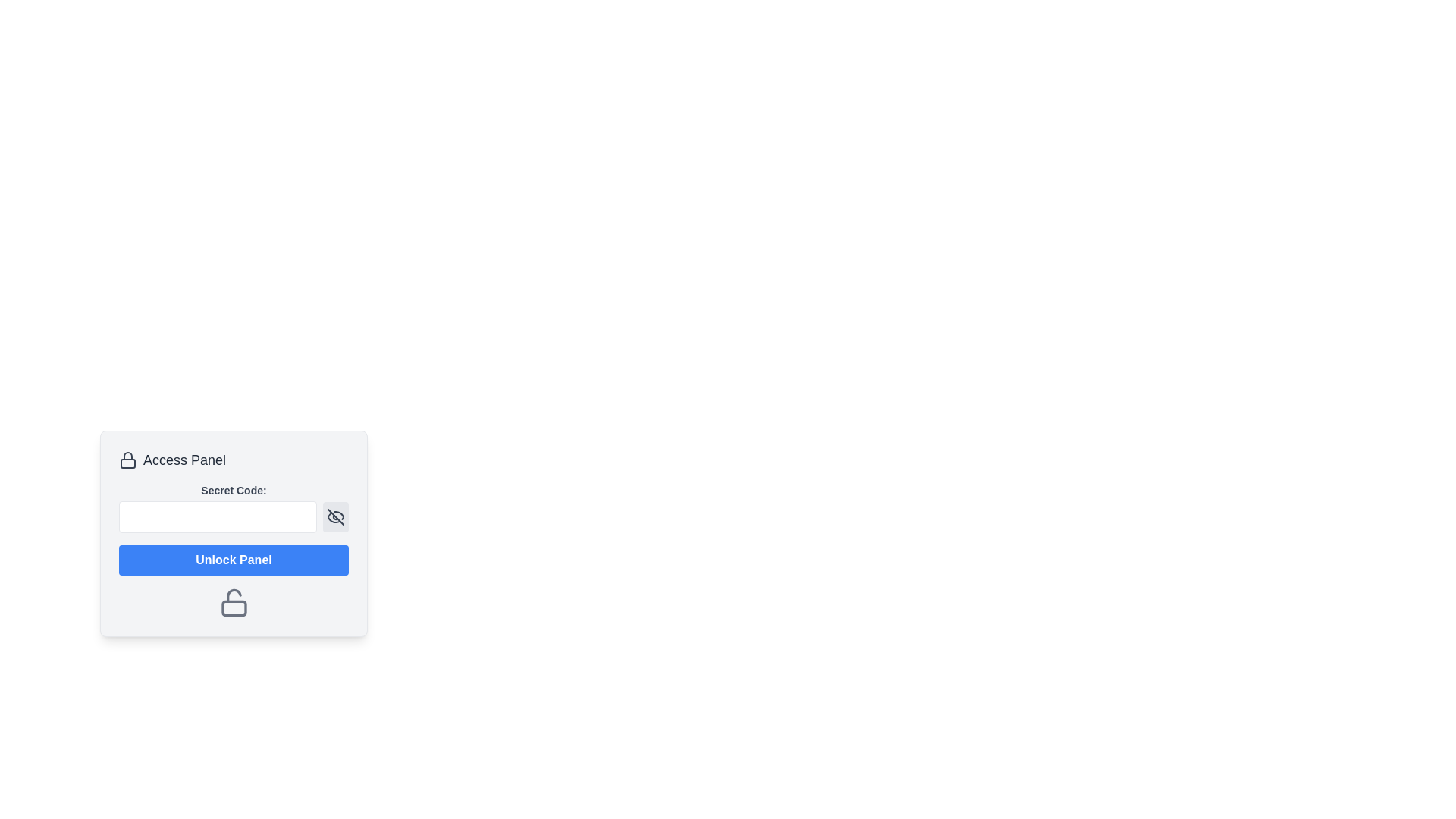 The height and width of the screenshot is (819, 1456). What do you see at coordinates (233, 607) in the screenshot?
I see `the visual effect changes of the graphical decoration located at the center of the lock icon below the 'Unlock Panel' button` at bounding box center [233, 607].